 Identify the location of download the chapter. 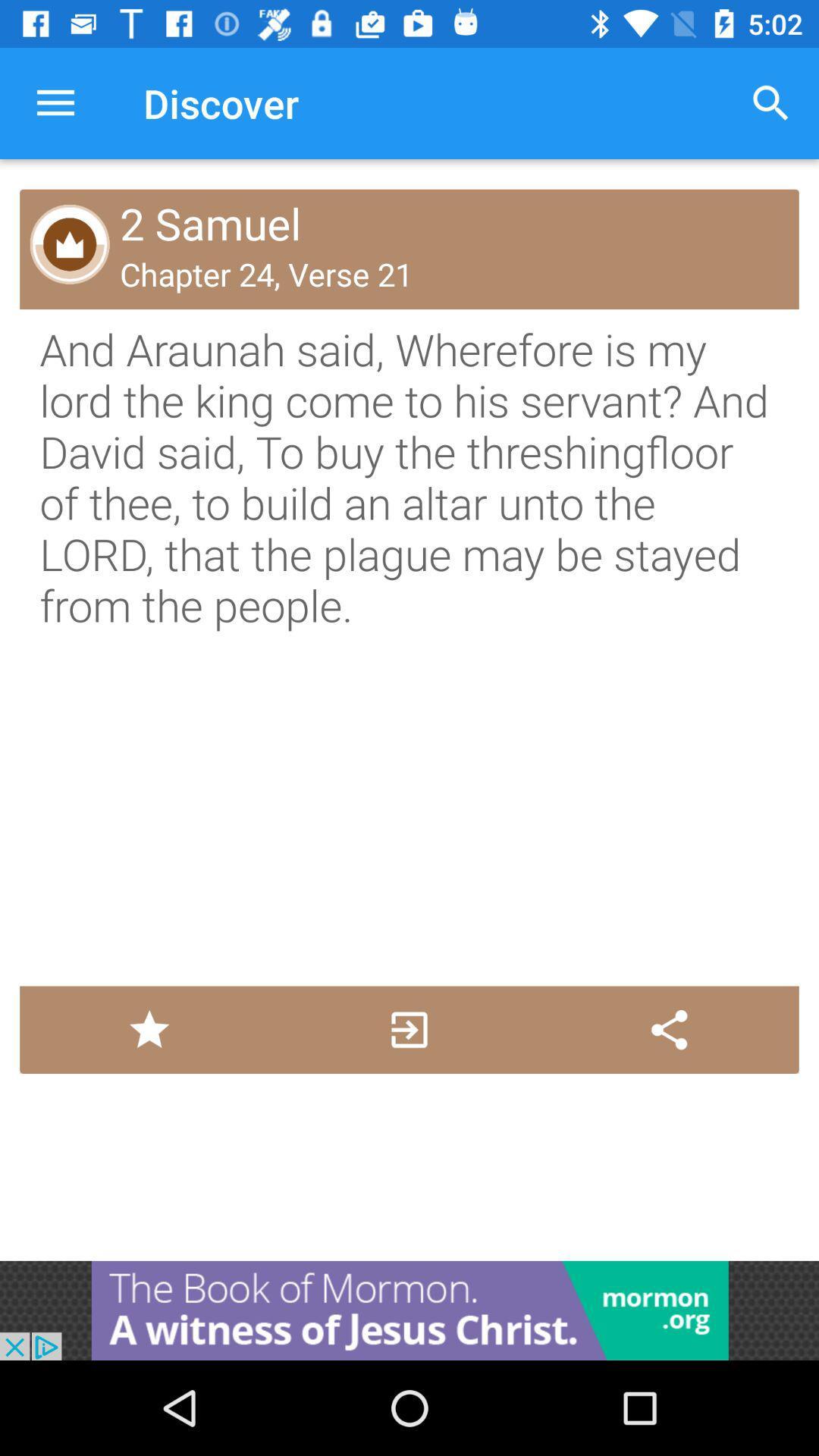
(408, 1030).